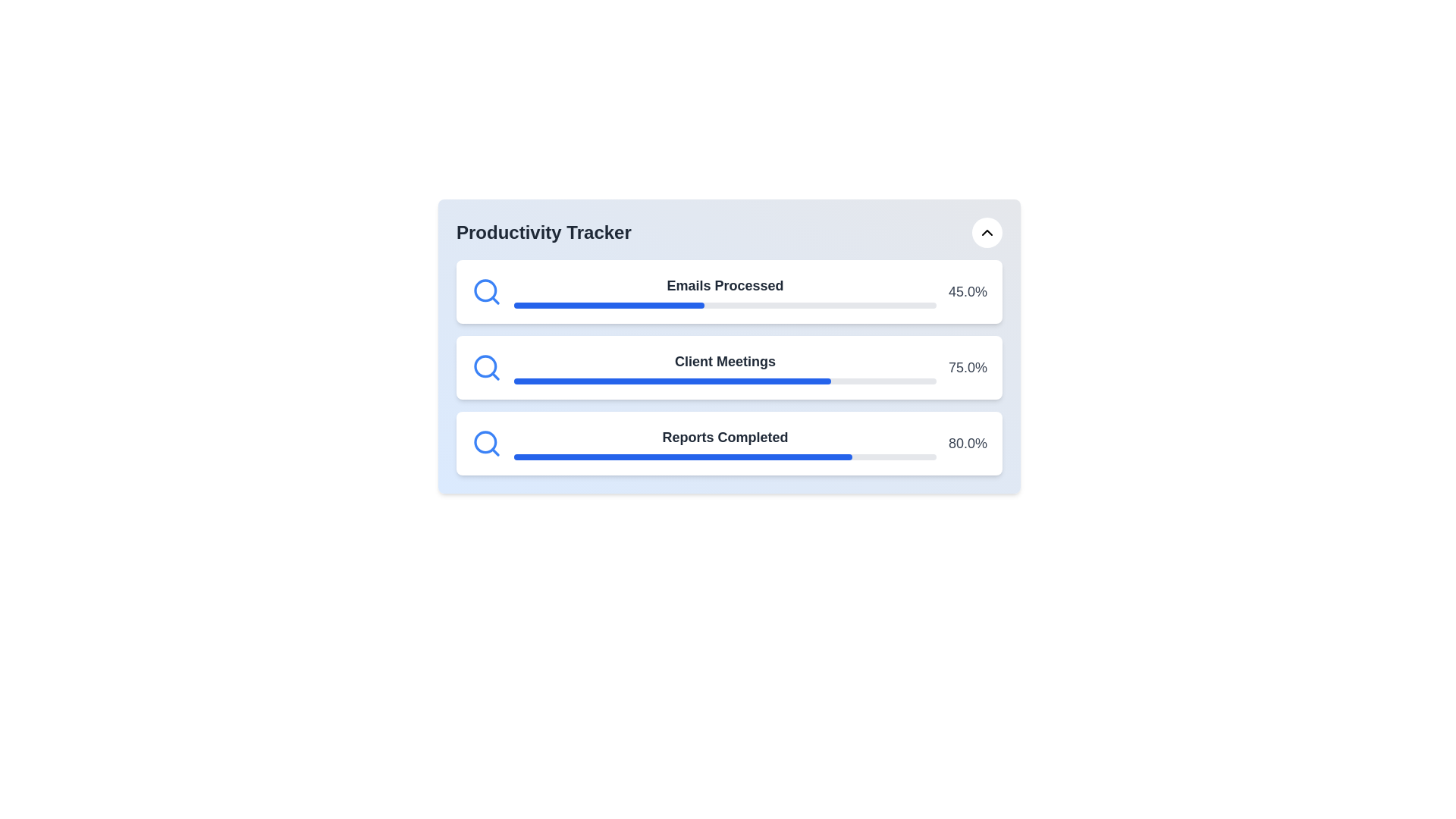 Image resolution: width=1456 pixels, height=819 pixels. What do you see at coordinates (485, 290) in the screenshot?
I see `the circular icon with a blue outline that represents the lens of a magnifying glass, located in the 'Emails Processed' row of the productivity tracker interface` at bounding box center [485, 290].